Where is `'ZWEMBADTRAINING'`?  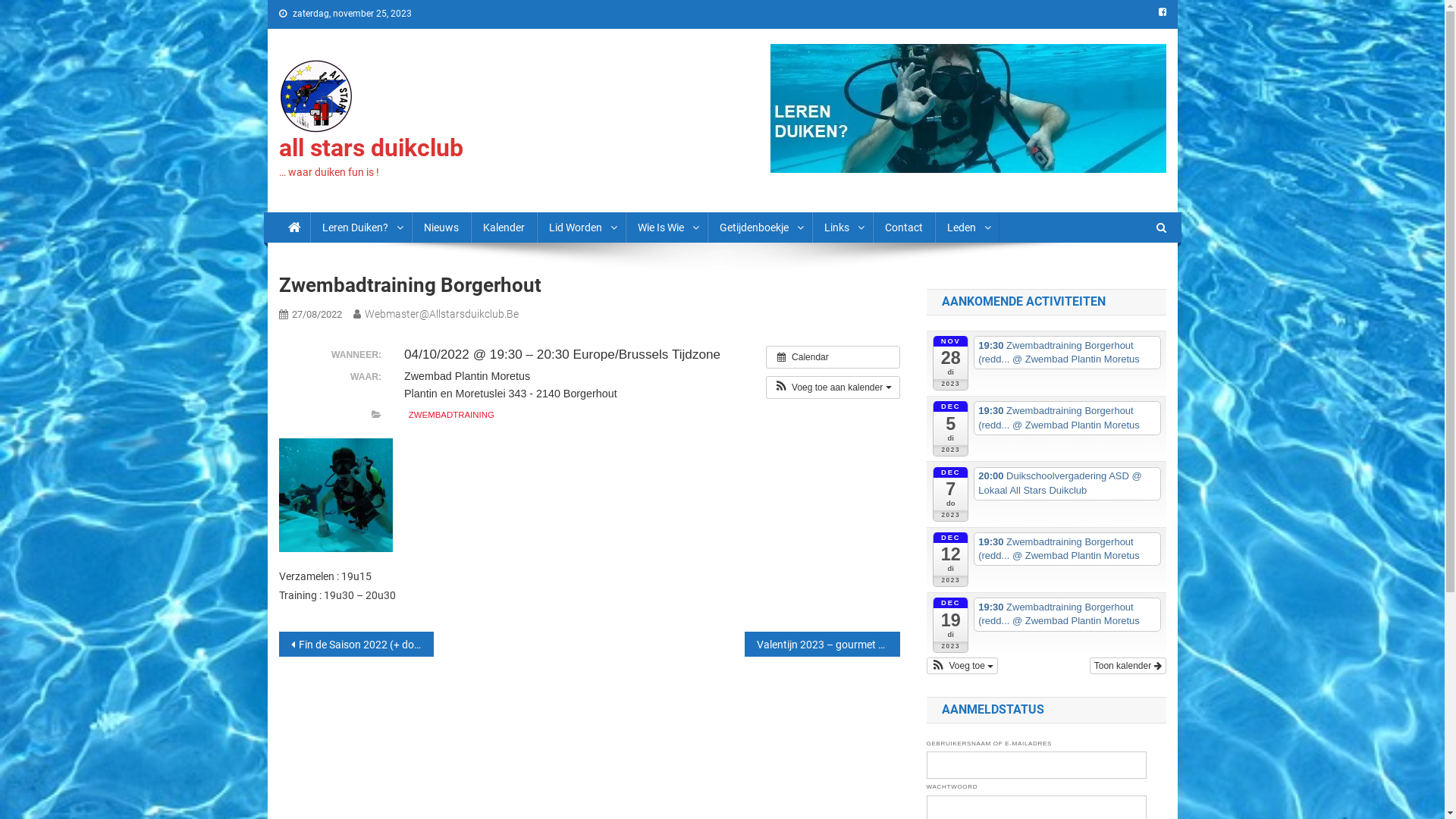 'ZWEMBADTRAINING' is located at coordinates (450, 415).